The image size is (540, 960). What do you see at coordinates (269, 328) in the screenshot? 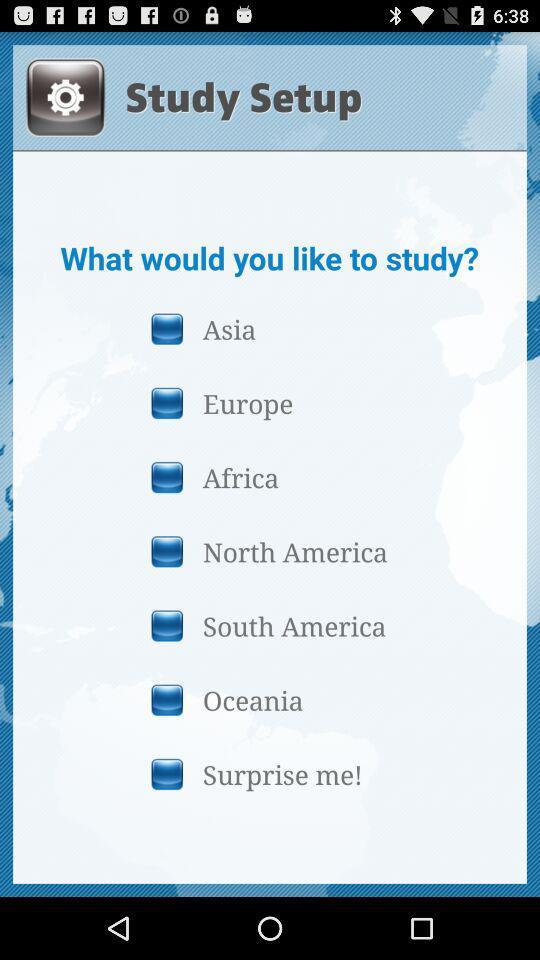
I see `item below the what would you app` at bounding box center [269, 328].